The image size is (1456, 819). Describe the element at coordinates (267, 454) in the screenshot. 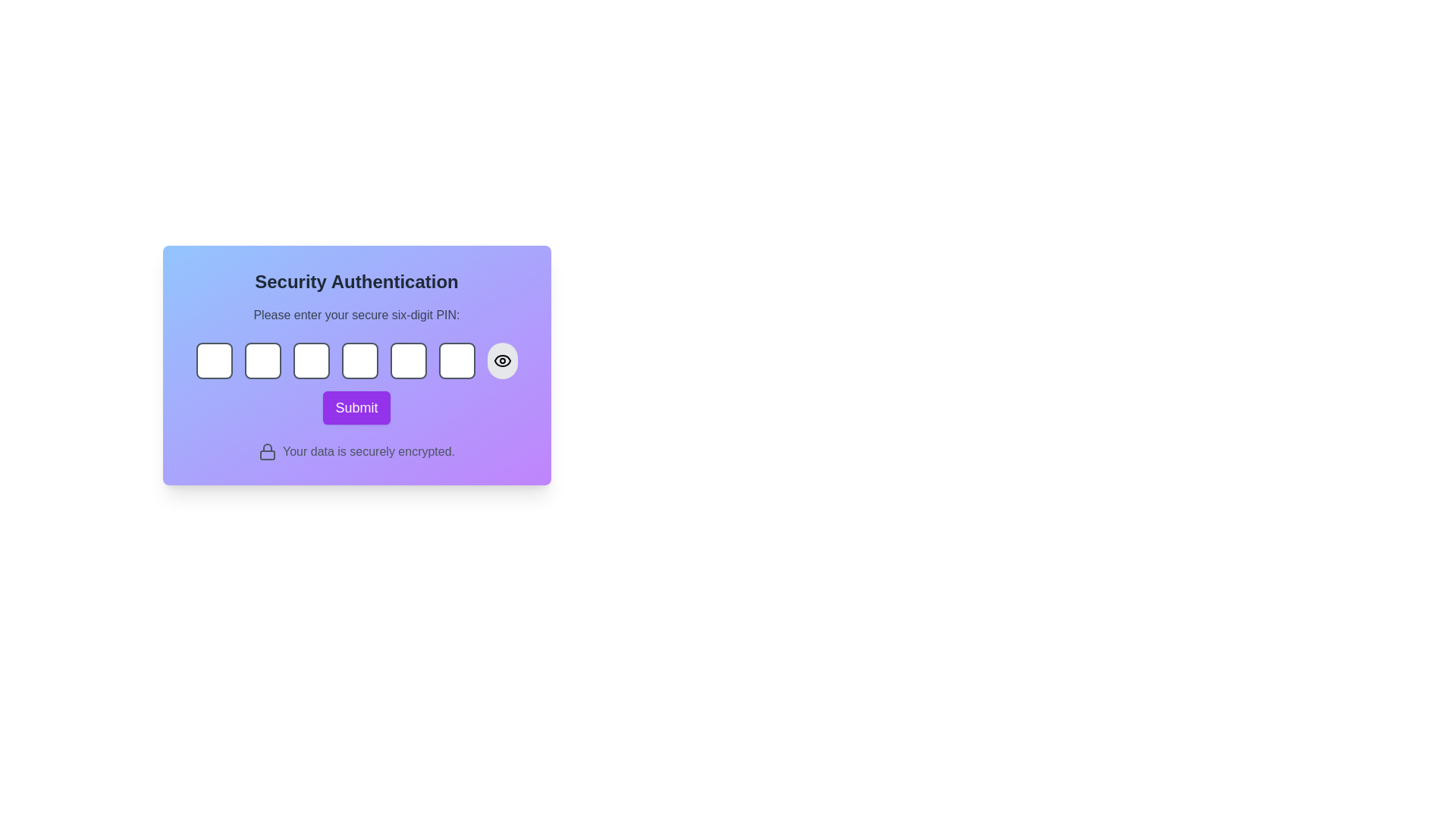

I see `the small rectangle with rounded corners and solid fill color, which is part of the Decorative SVG component nested within the lock icon, located at the bottom left of the form under the 'Submit' button` at that location.